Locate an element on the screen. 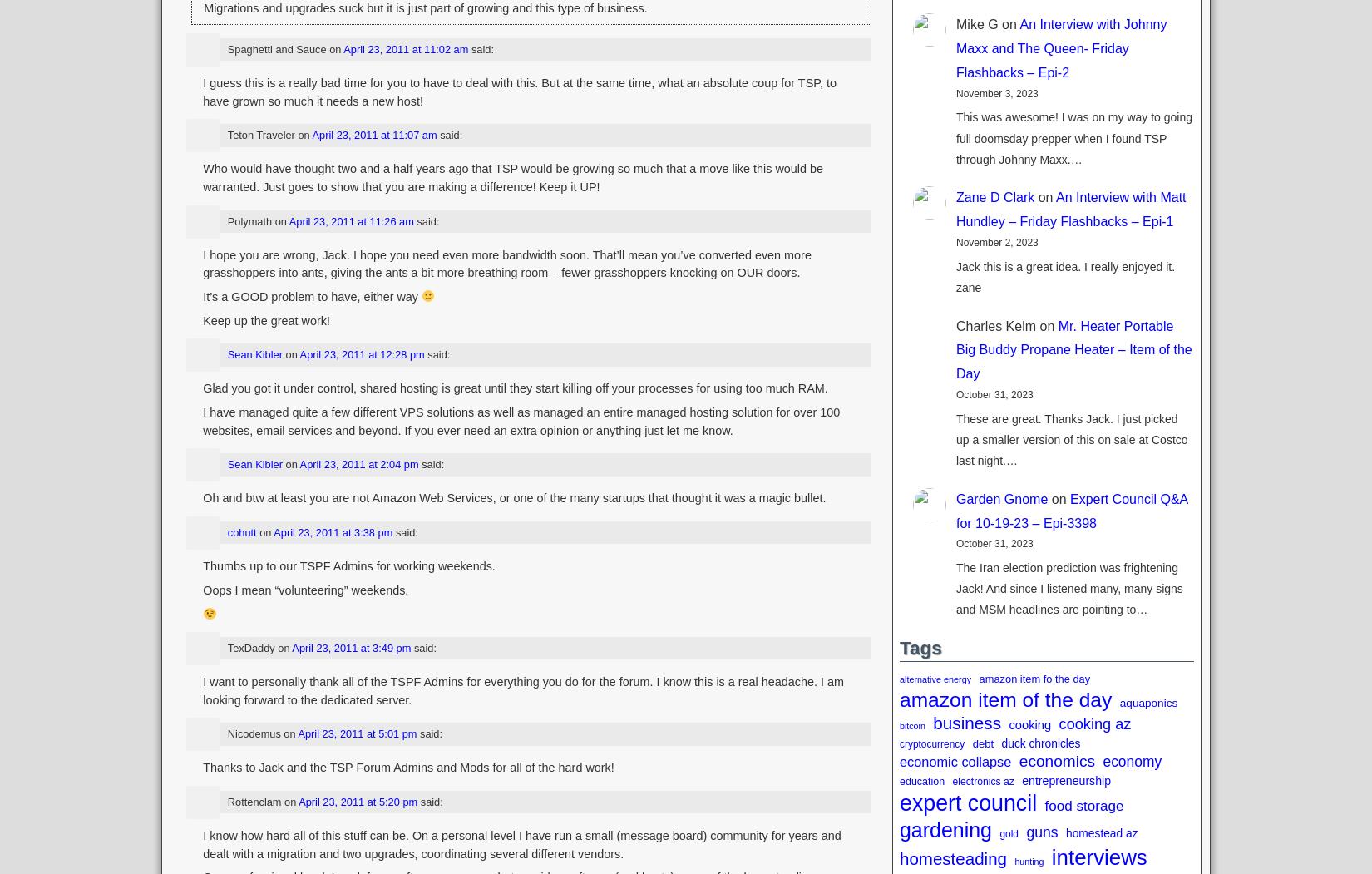 This screenshot has height=874, width=1372. 'Zane D Clark' is located at coordinates (995, 196).